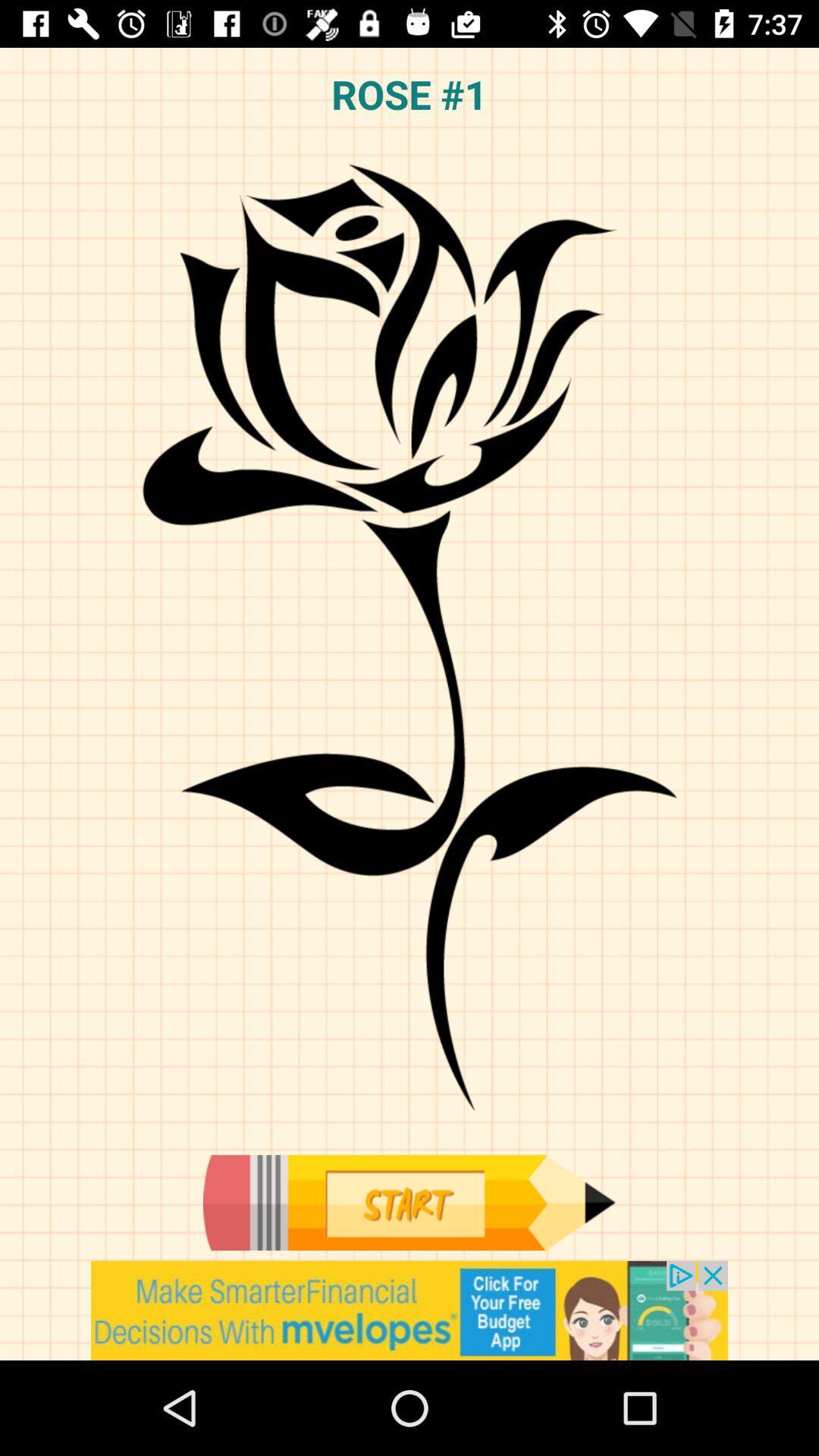  I want to click on give advertisement information, so click(409, 1310).